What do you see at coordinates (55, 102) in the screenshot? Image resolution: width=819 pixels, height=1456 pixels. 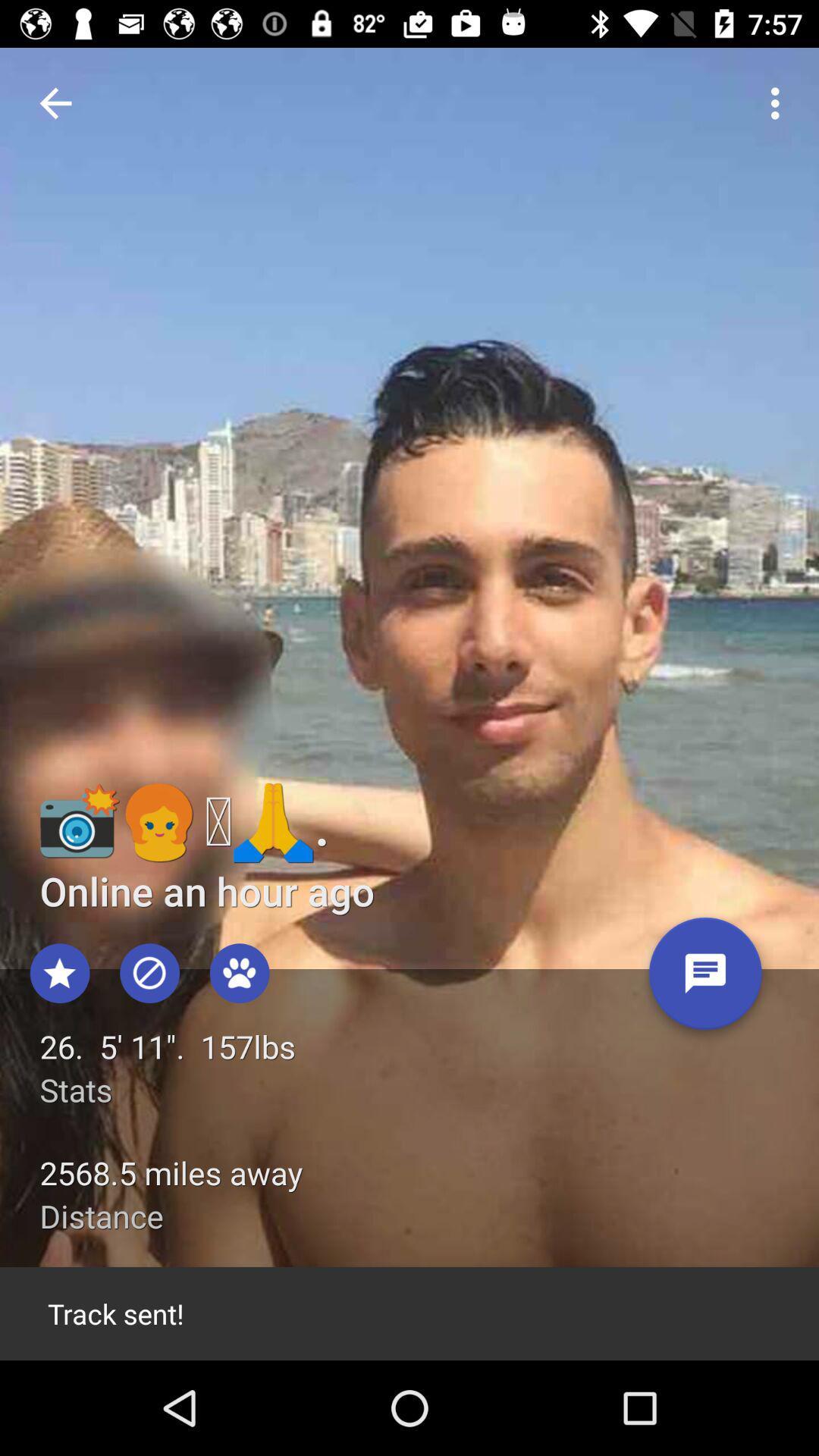 I see `icon at the top left corner` at bounding box center [55, 102].